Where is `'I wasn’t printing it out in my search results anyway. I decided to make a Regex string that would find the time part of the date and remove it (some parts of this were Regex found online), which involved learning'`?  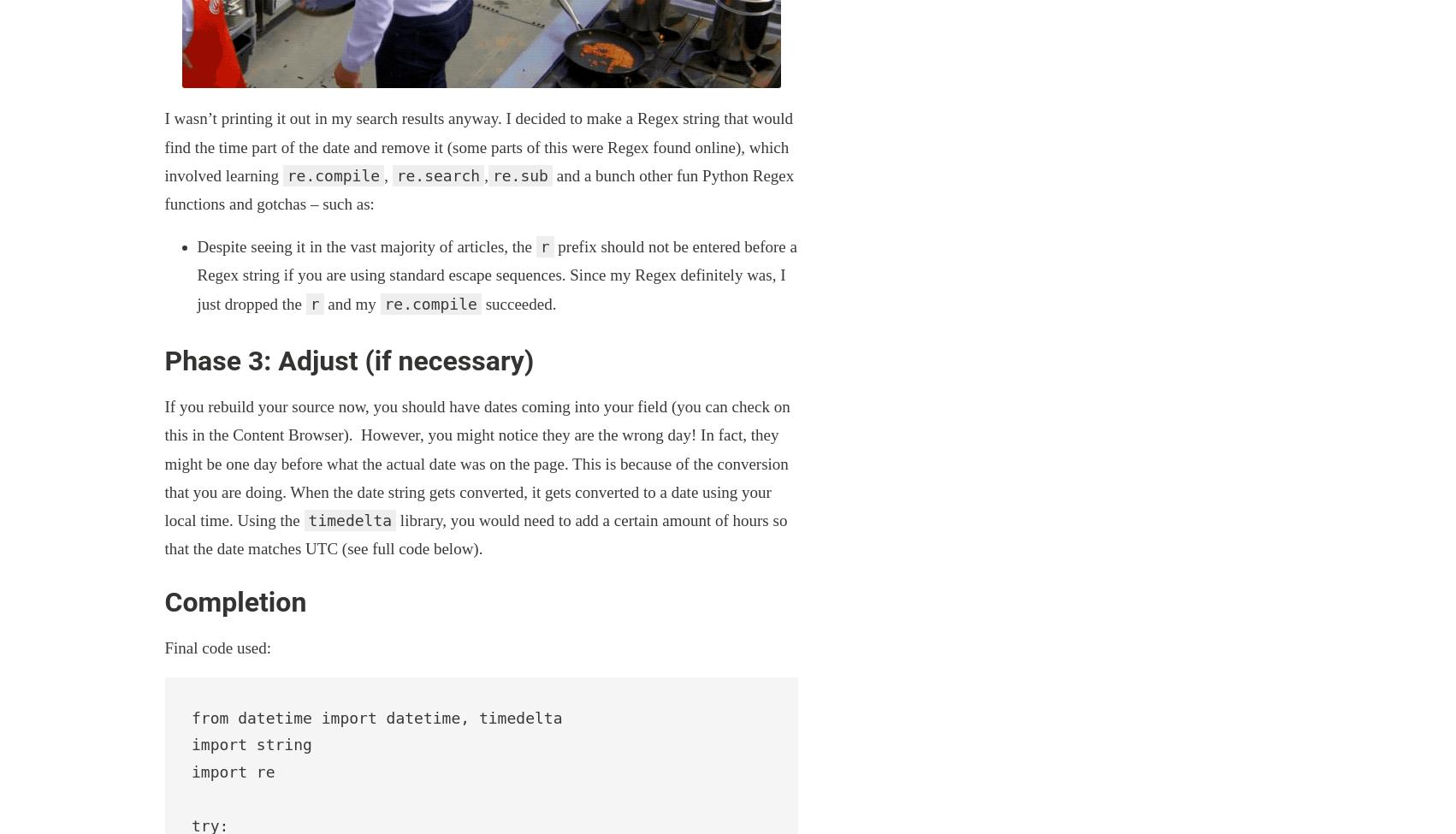 'I wasn’t printing it out in my search results anyway. I decided to make a Regex string that would find the time part of the date and remove it (some parts of this were Regex found online), which involved learning' is located at coordinates (477, 145).